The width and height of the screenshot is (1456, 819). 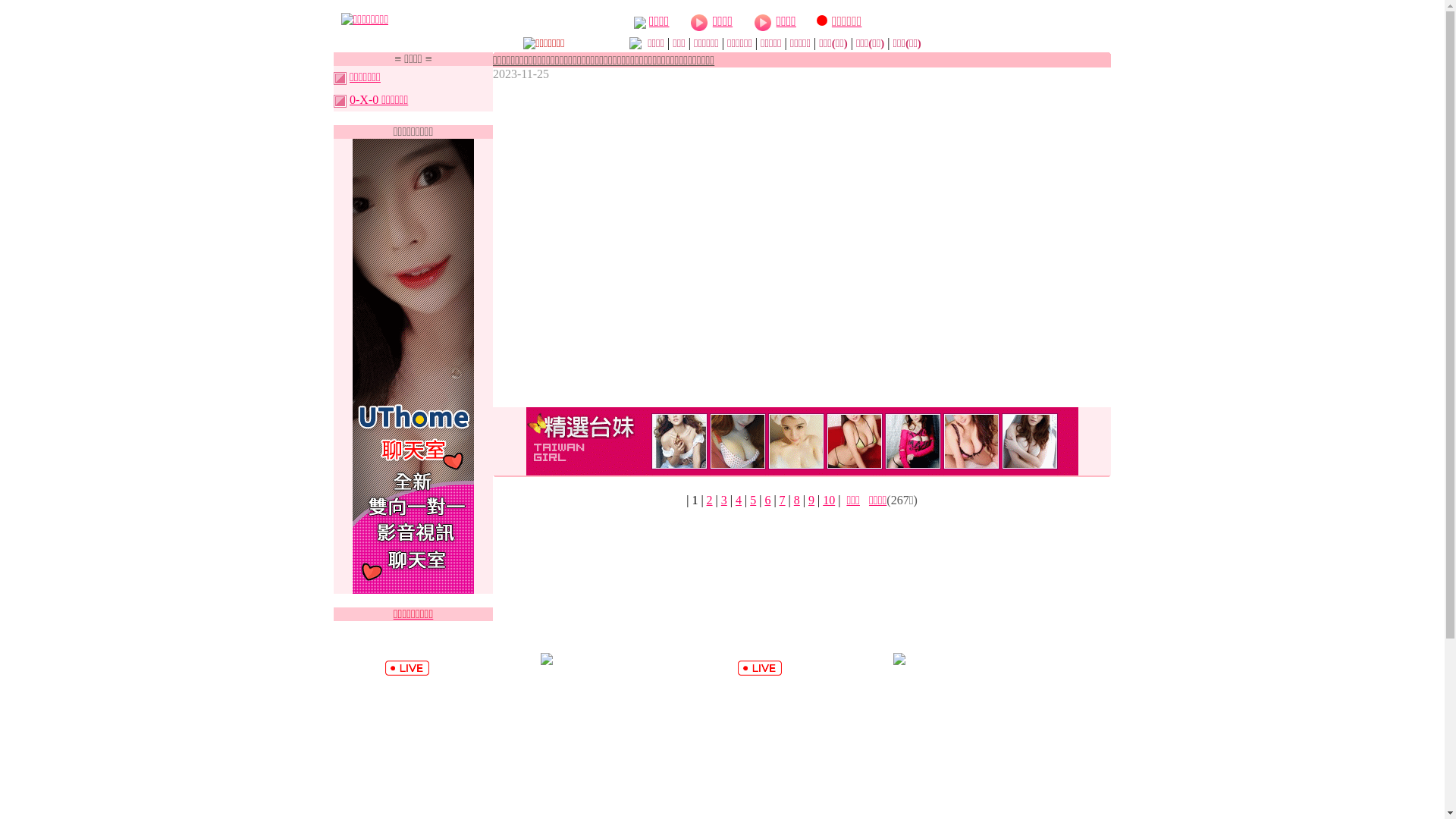 I want to click on '7', so click(x=783, y=500).